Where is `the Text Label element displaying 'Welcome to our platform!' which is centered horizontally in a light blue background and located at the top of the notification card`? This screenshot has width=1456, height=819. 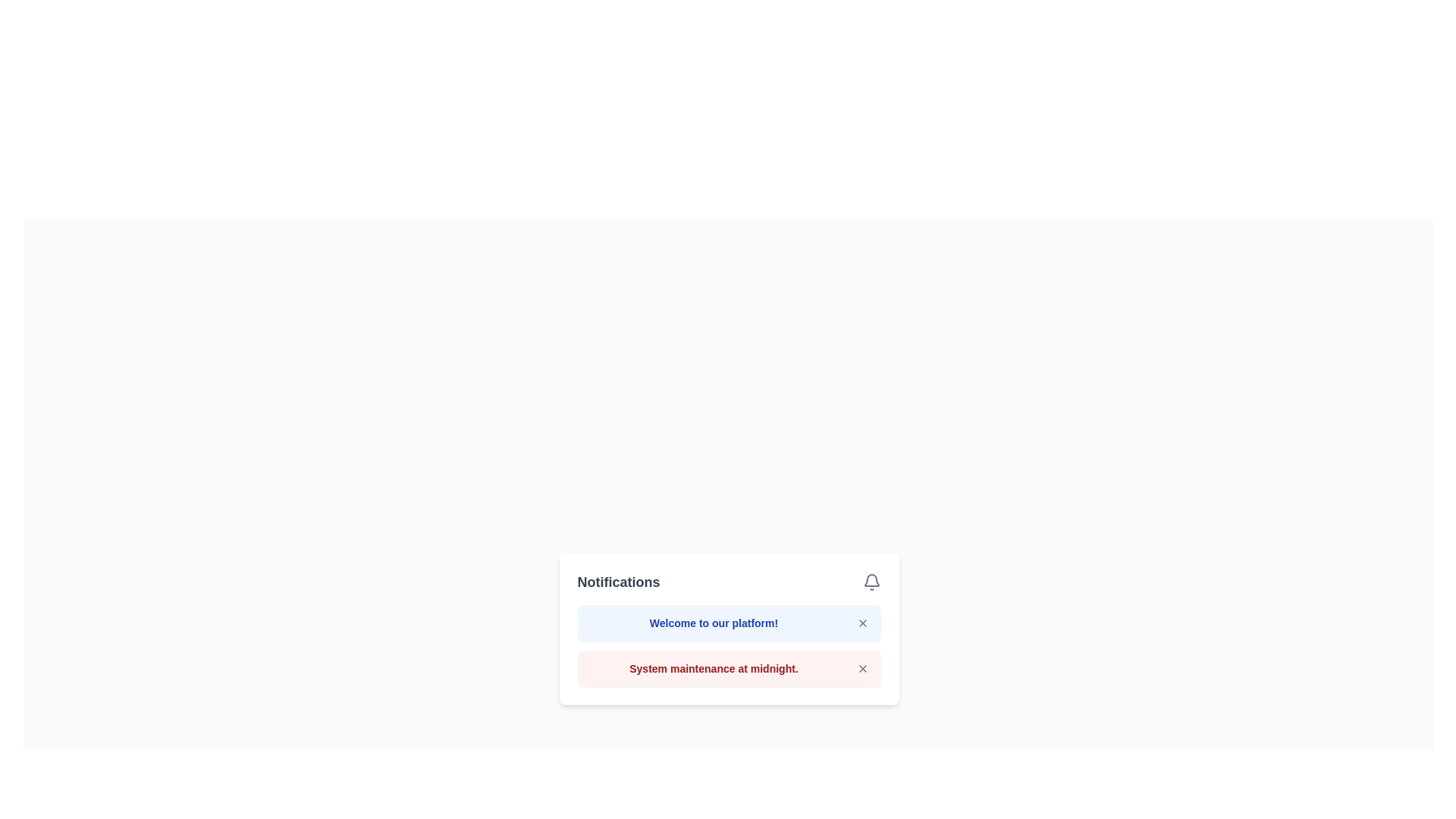 the Text Label element displaying 'Welcome to our platform!' which is centered horizontally in a light blue background and located at the top of the notification card is located at coordinates (713, 623).